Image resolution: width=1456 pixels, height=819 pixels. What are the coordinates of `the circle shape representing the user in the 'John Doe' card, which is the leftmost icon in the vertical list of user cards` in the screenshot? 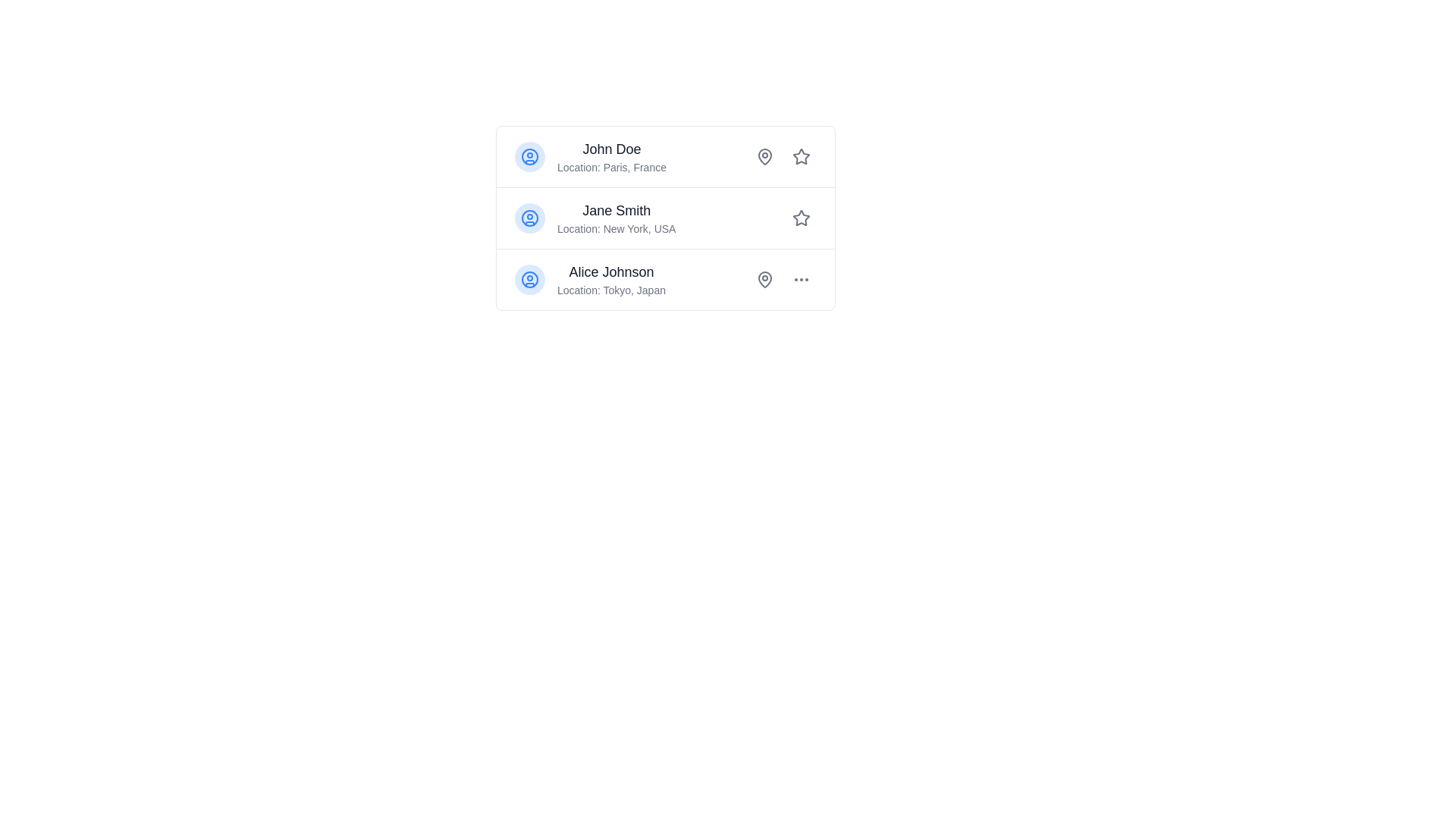 It's located at (530, 157).